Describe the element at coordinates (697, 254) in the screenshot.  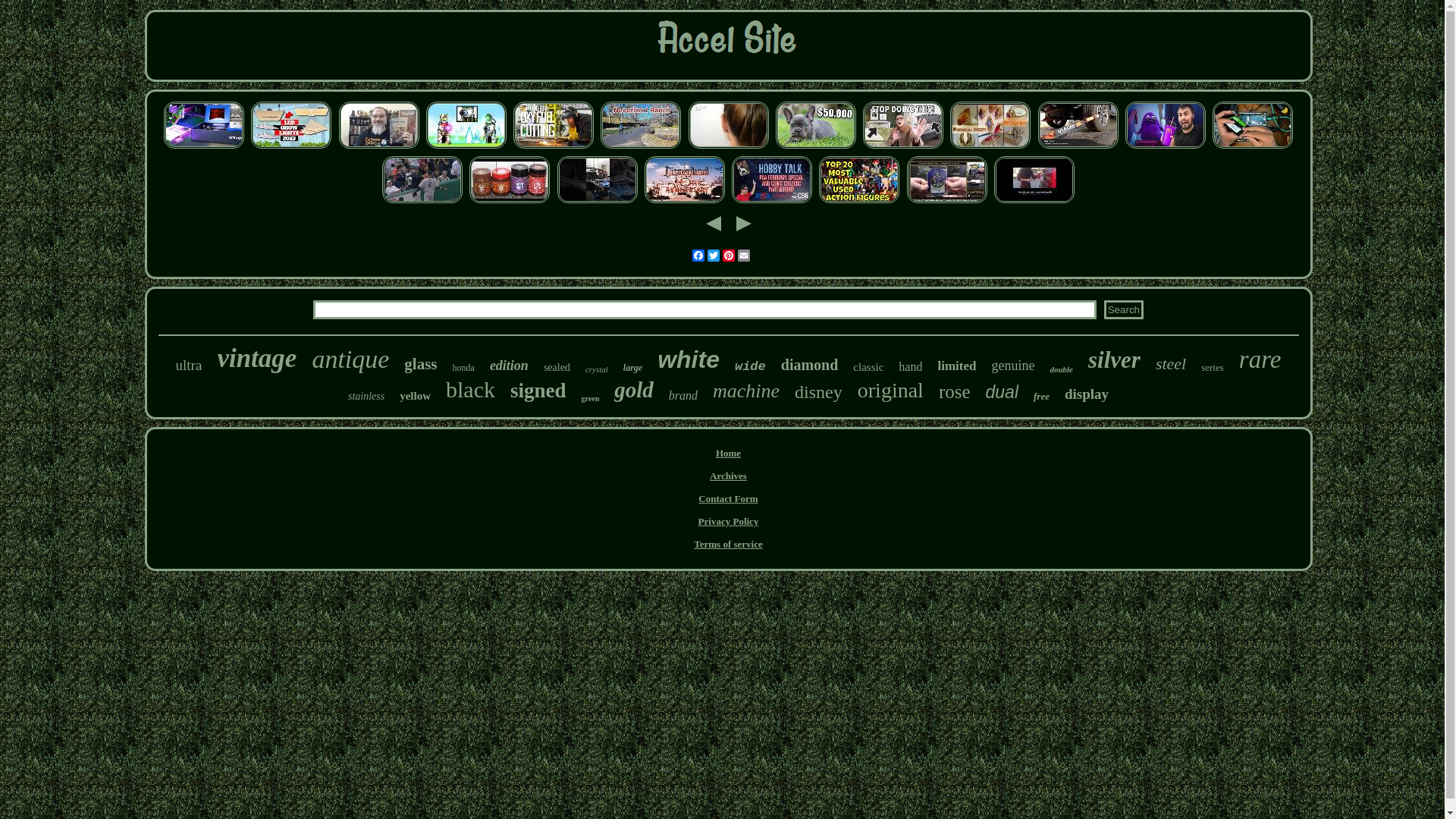
I see `'Facebook'` at that location.